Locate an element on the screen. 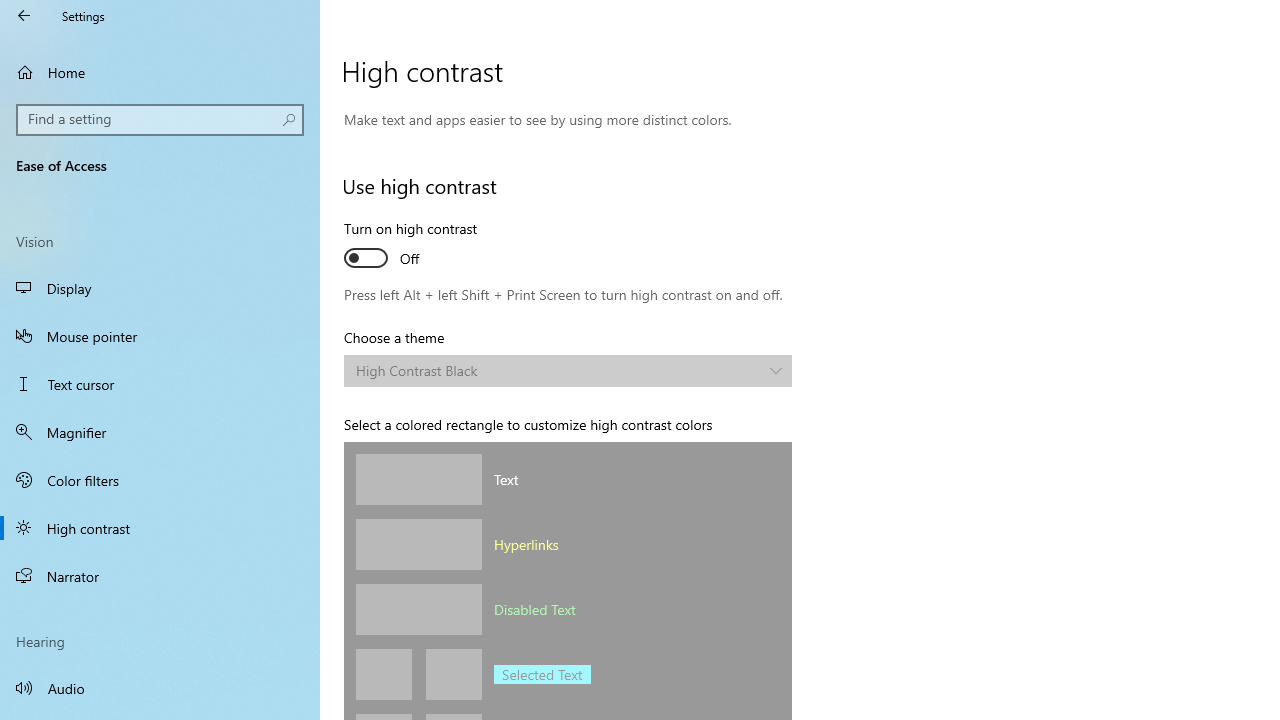 This screenshot has width=1280, height=720. 'Text color' is located at coordinates (417, 479).